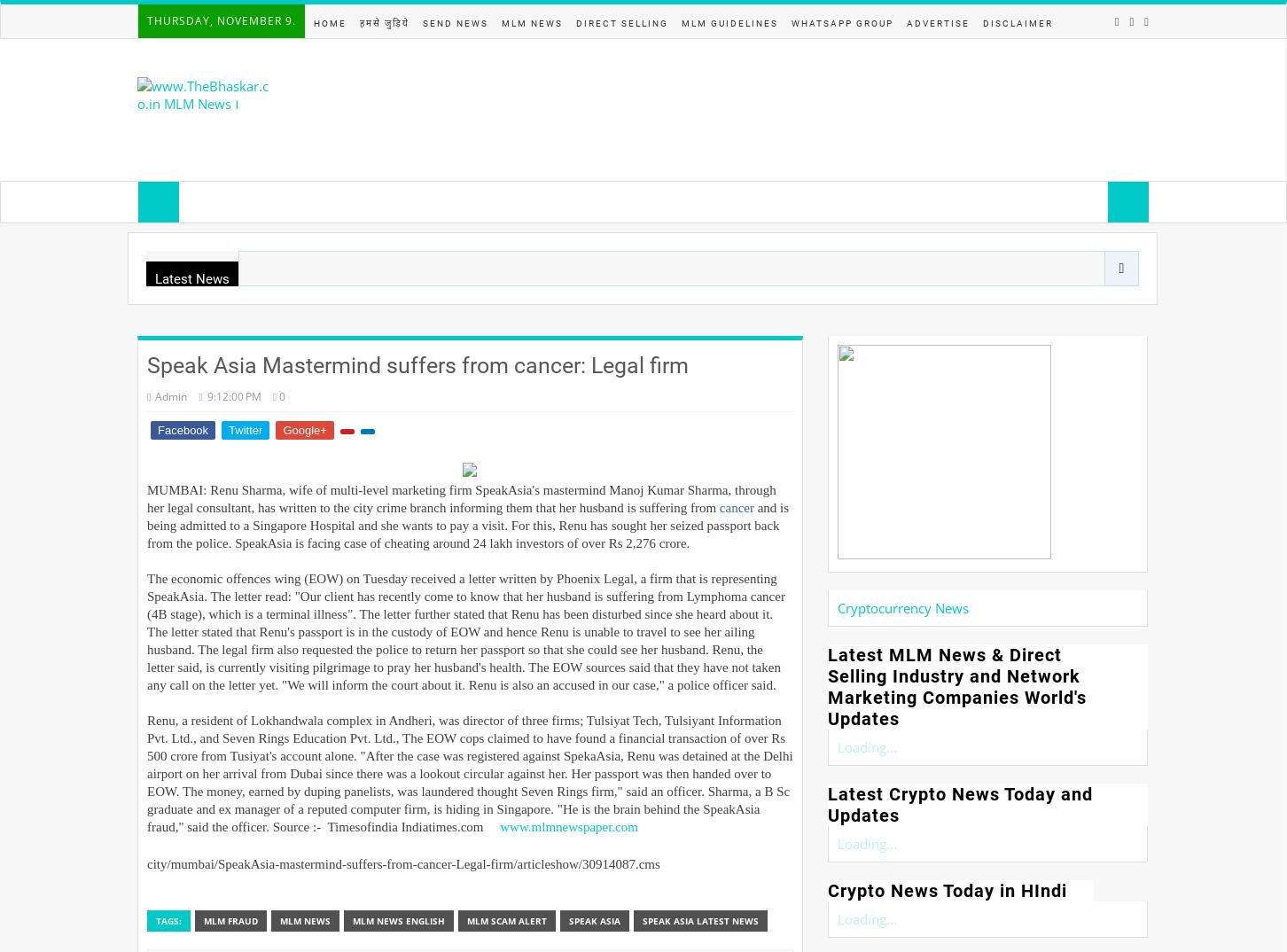 This screenshot has width=1287, height=952. What do you see at coordinates (461, 497) in the screenshot?
I see `'MUMBAI: Renu Sharma, wife of multi-level marketing firm SpeakAsia's mastermind Manoj Kumar Sharma, through her legal consultant, has written to the city crime branch informing them that her husband is suffering from'` at bounding box center [461, 497].